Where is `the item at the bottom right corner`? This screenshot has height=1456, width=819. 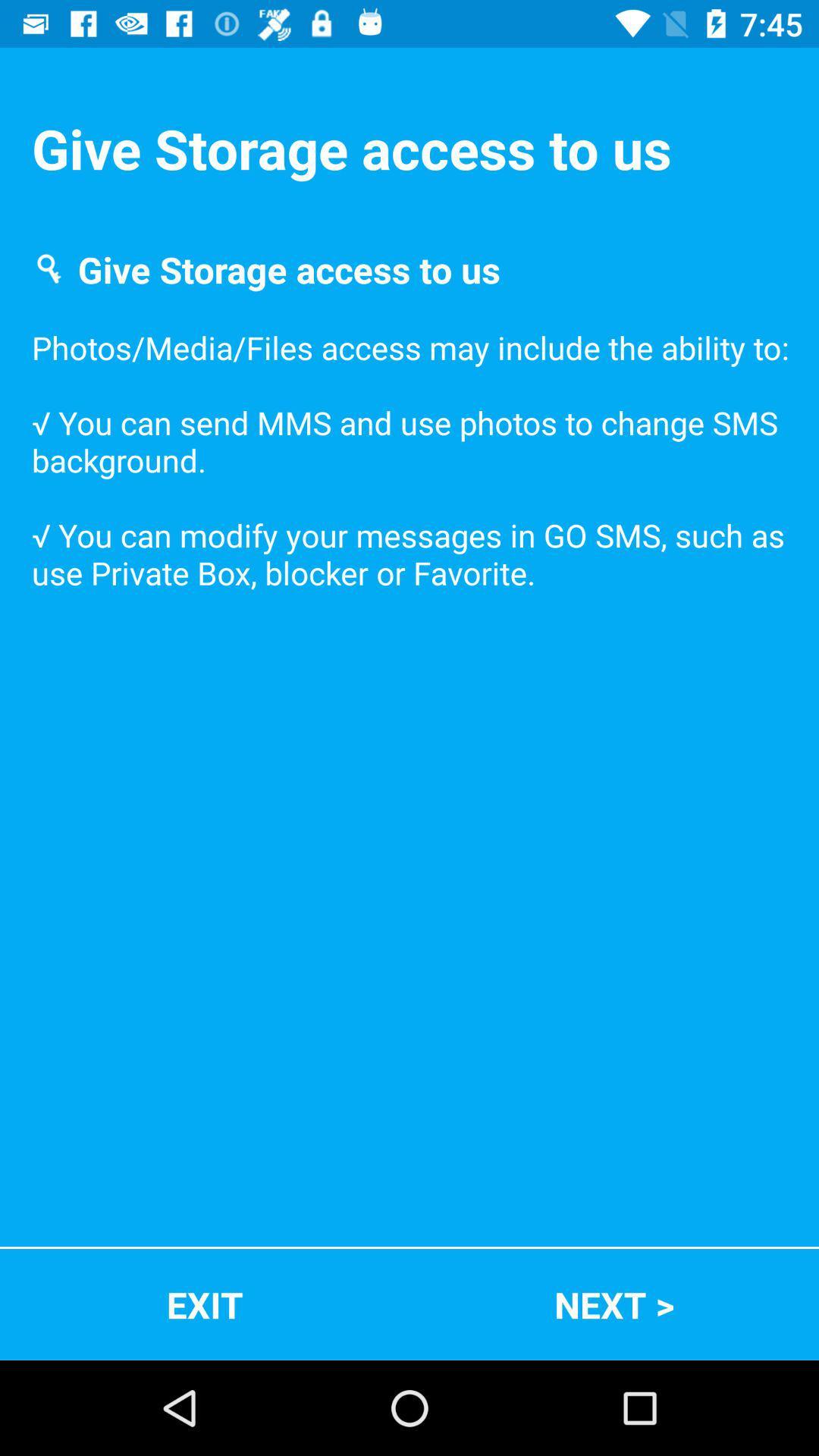
the item at the bottom right corner is located at coordinates (614, 1304).